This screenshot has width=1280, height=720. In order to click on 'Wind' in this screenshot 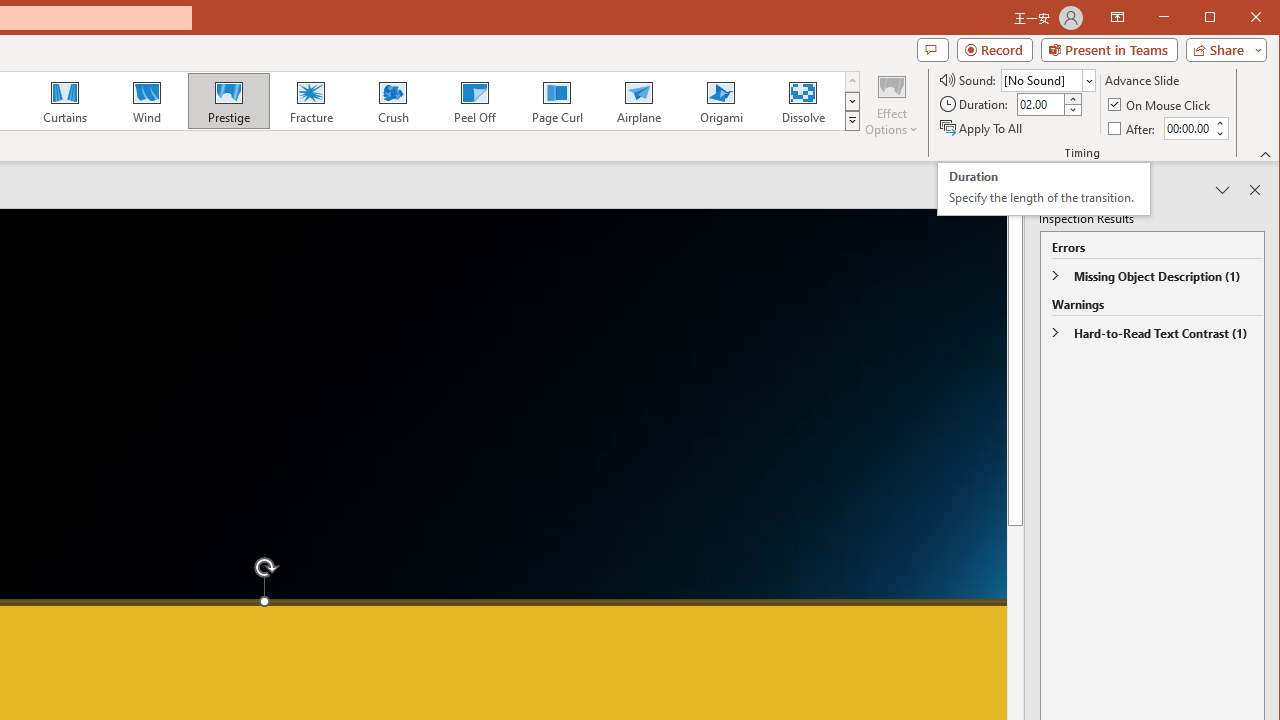, I will do `click(146, 100)`.